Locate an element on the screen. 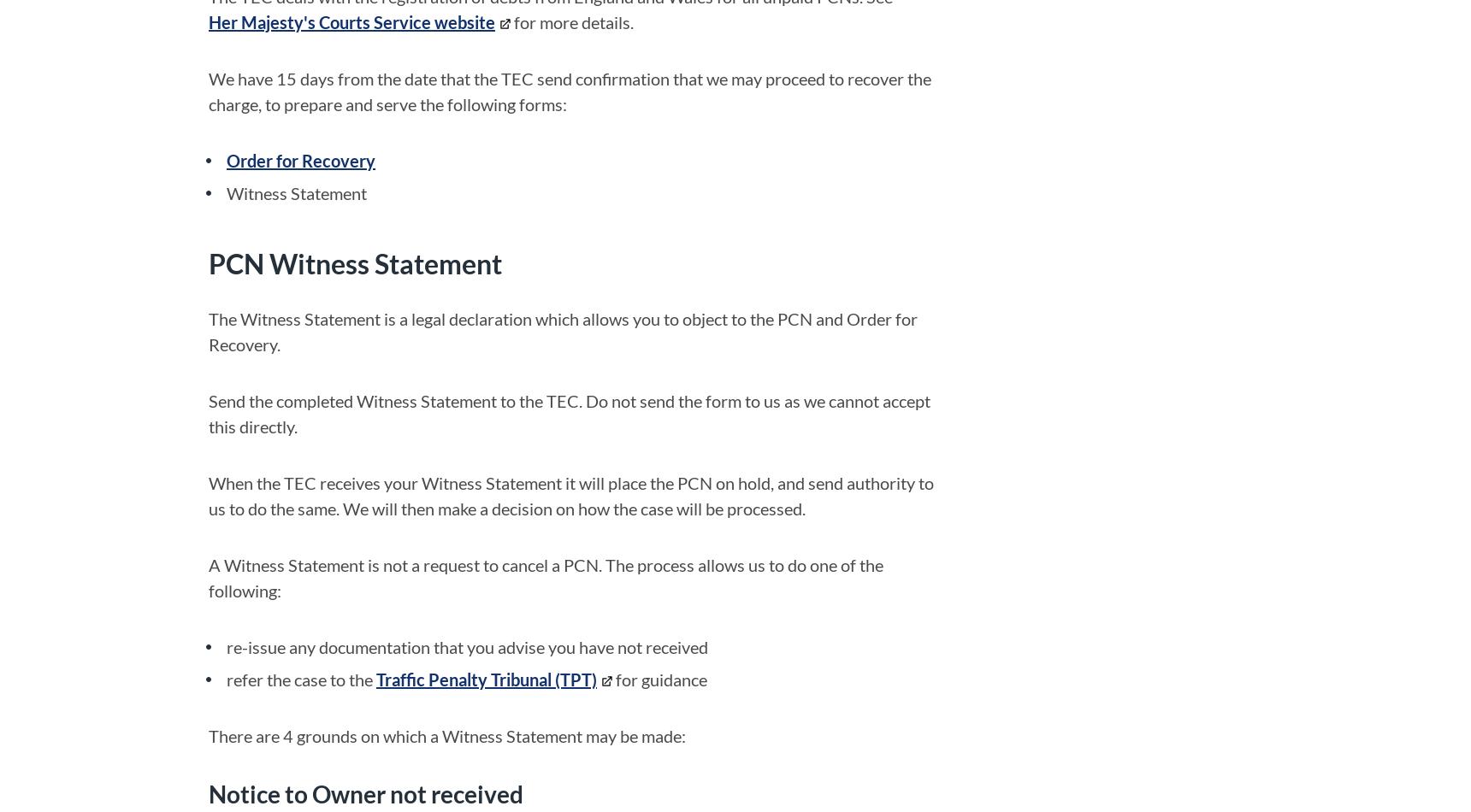 The width and height of the screenshot is (1471, 812). 'refer the case to the' is located at coordinates (300, 678).